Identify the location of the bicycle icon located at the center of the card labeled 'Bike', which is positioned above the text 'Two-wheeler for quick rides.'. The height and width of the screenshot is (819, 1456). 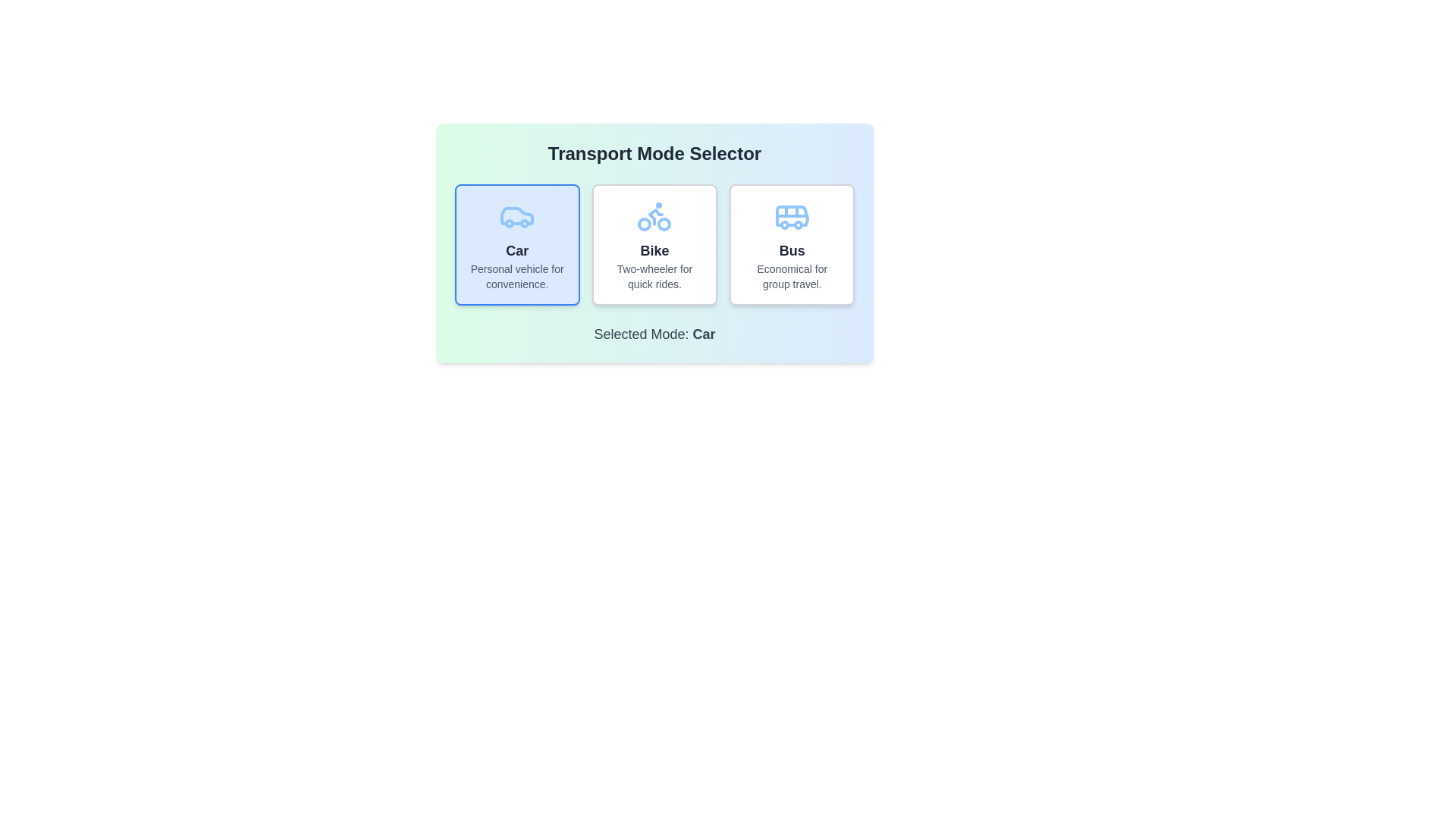
(654, 216).